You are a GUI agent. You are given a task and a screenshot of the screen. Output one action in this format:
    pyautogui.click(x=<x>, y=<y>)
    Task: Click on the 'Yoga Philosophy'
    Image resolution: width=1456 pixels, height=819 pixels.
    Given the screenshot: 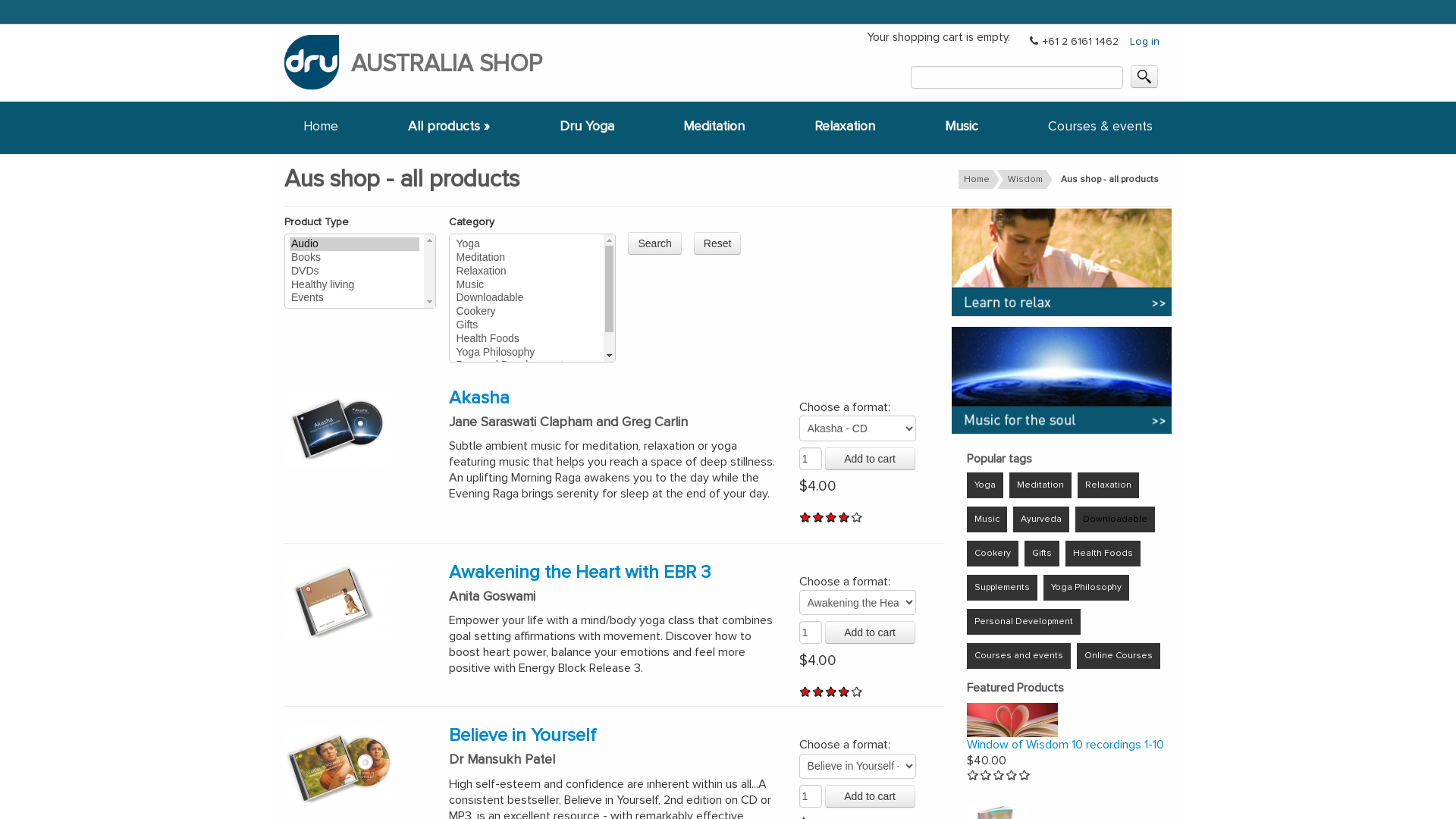 What is the action you would take?
    pyautogui.click(x=1085, y=587)
    